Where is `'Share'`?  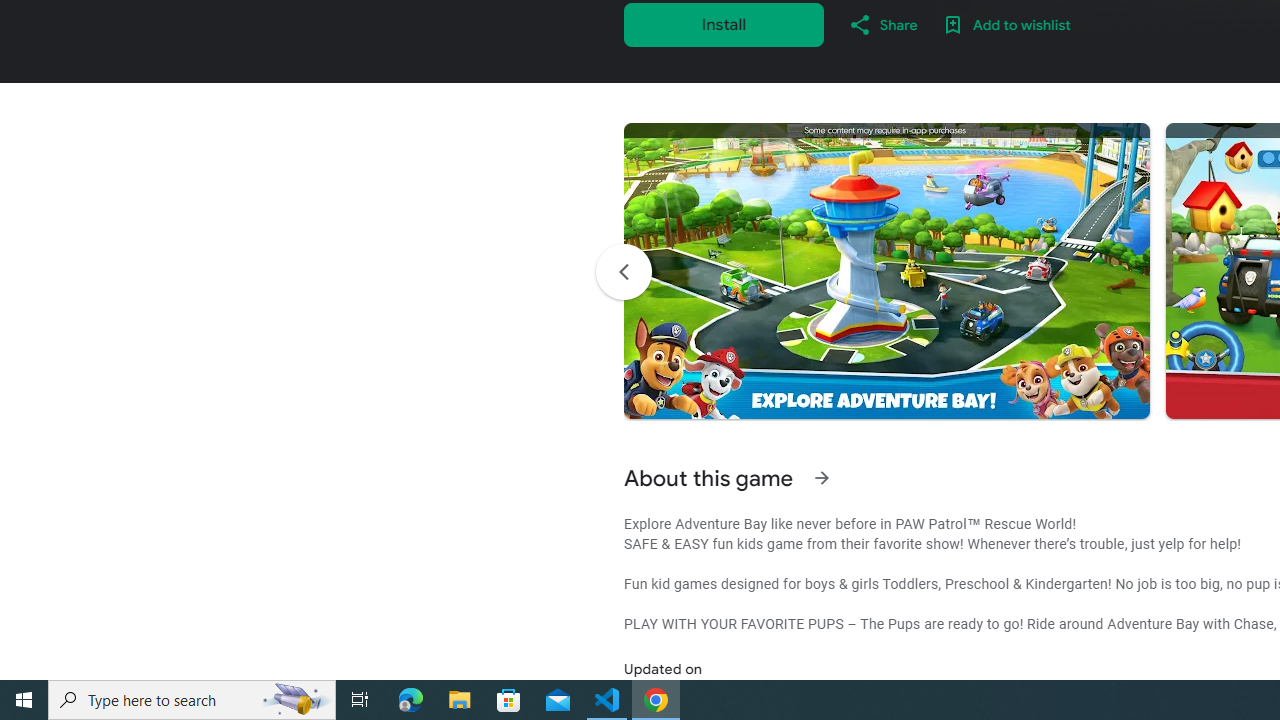
'Share' is located at coordinates (880, 24).